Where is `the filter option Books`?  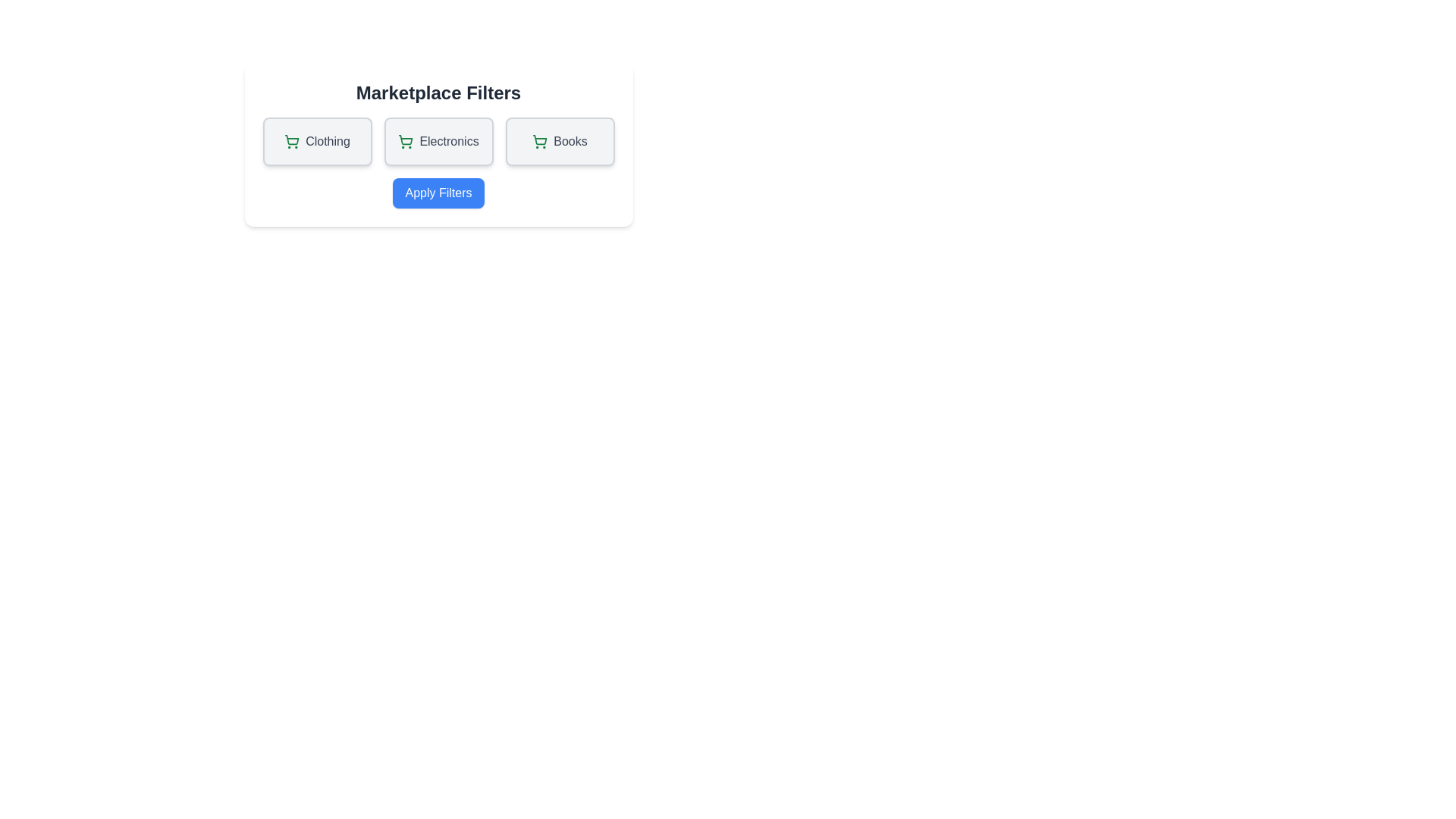 the filter option Books is located at coordinates (559, 141).